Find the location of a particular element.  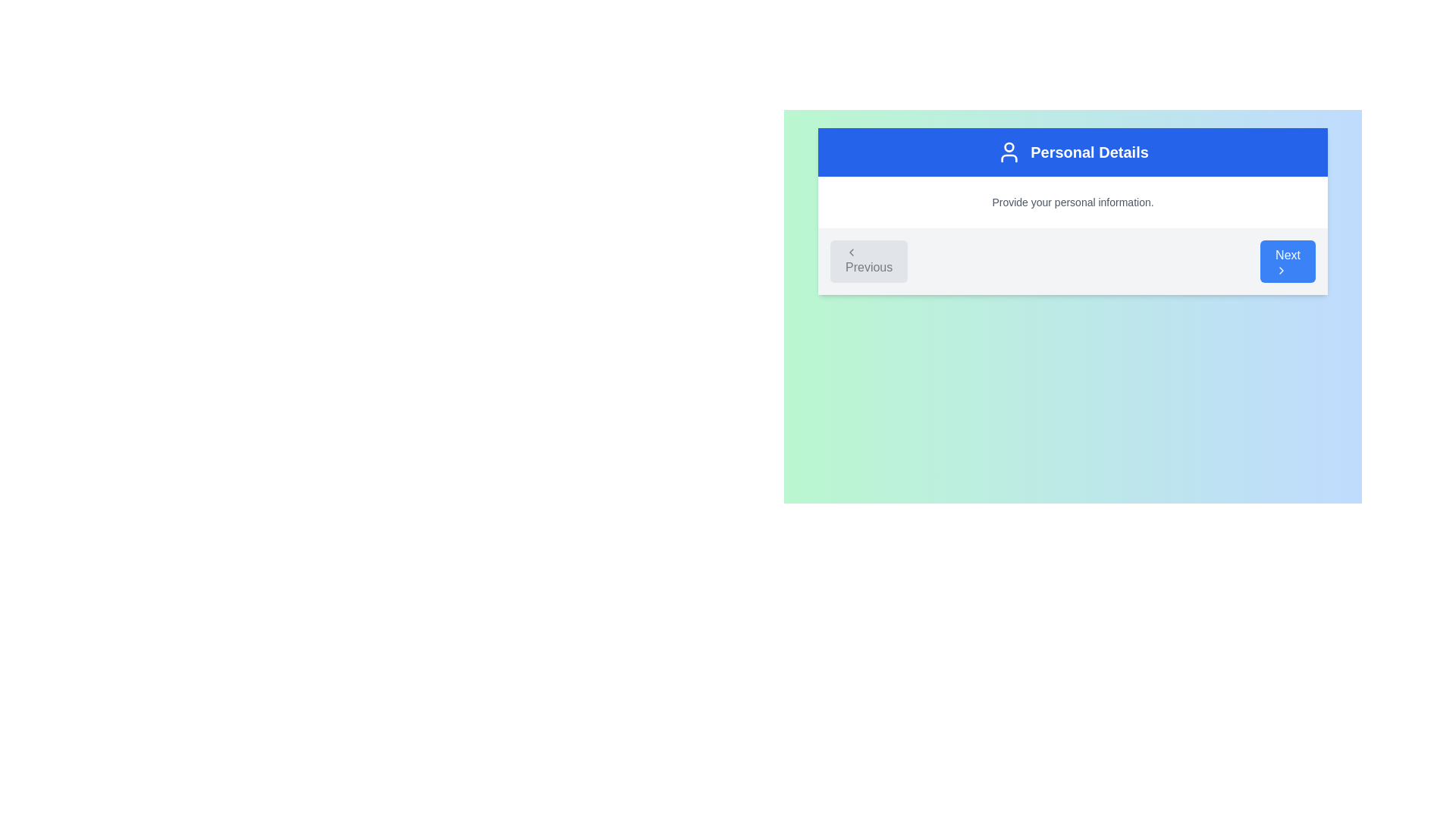

the 'Personal Details' static text label, which is a bold white text on a blue background, located in the header section of the display is located at coordinates (1088, 152).